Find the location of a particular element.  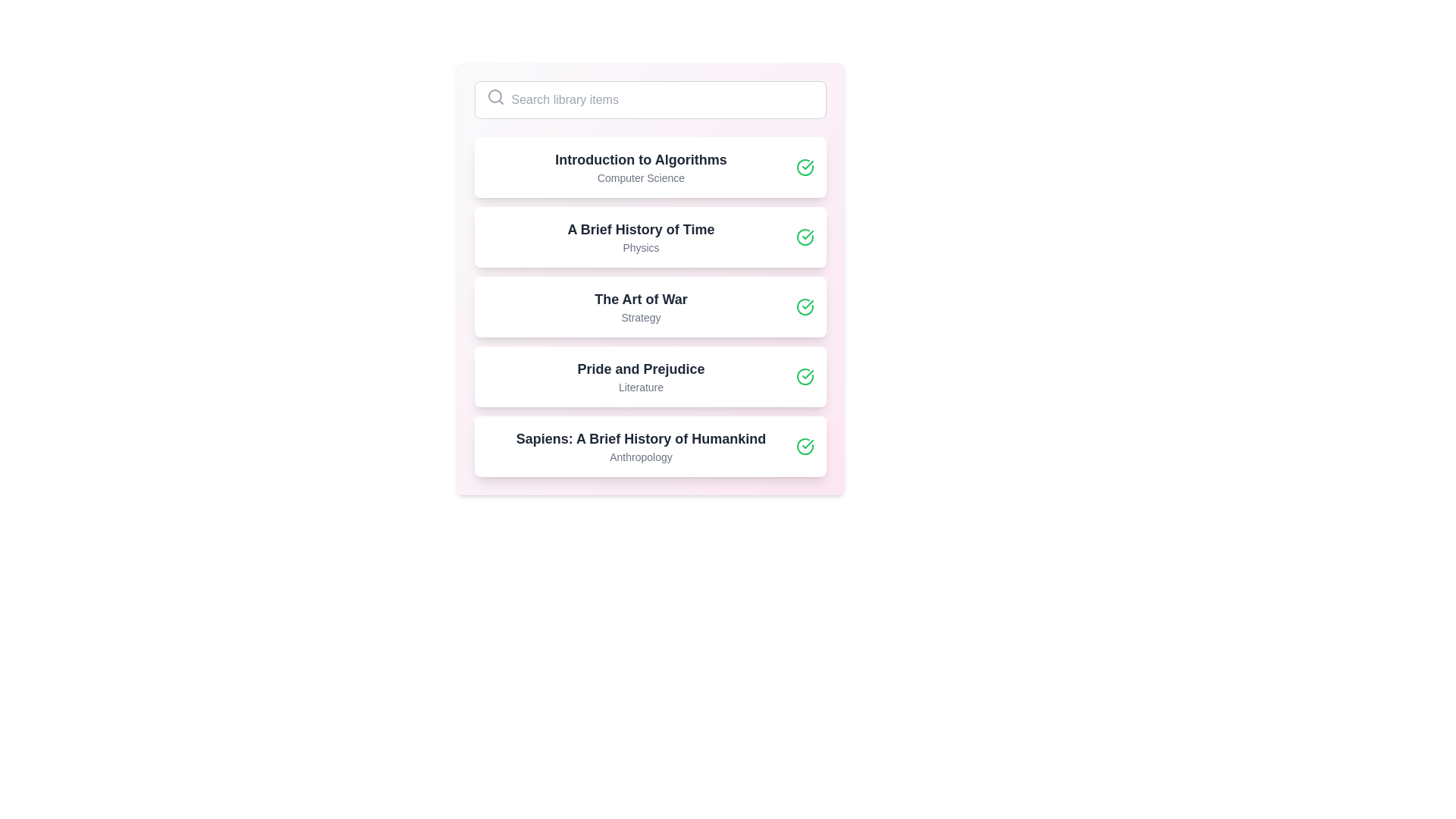

the informational display block for the book 'Pride and Prejudice' located in the vertical list of literature items, specifically positioned between 'The Art of War (Strategy)' and 'Sapiens: A Brief History of Humankind (Anthropology) is located at coordinates (650, 376).